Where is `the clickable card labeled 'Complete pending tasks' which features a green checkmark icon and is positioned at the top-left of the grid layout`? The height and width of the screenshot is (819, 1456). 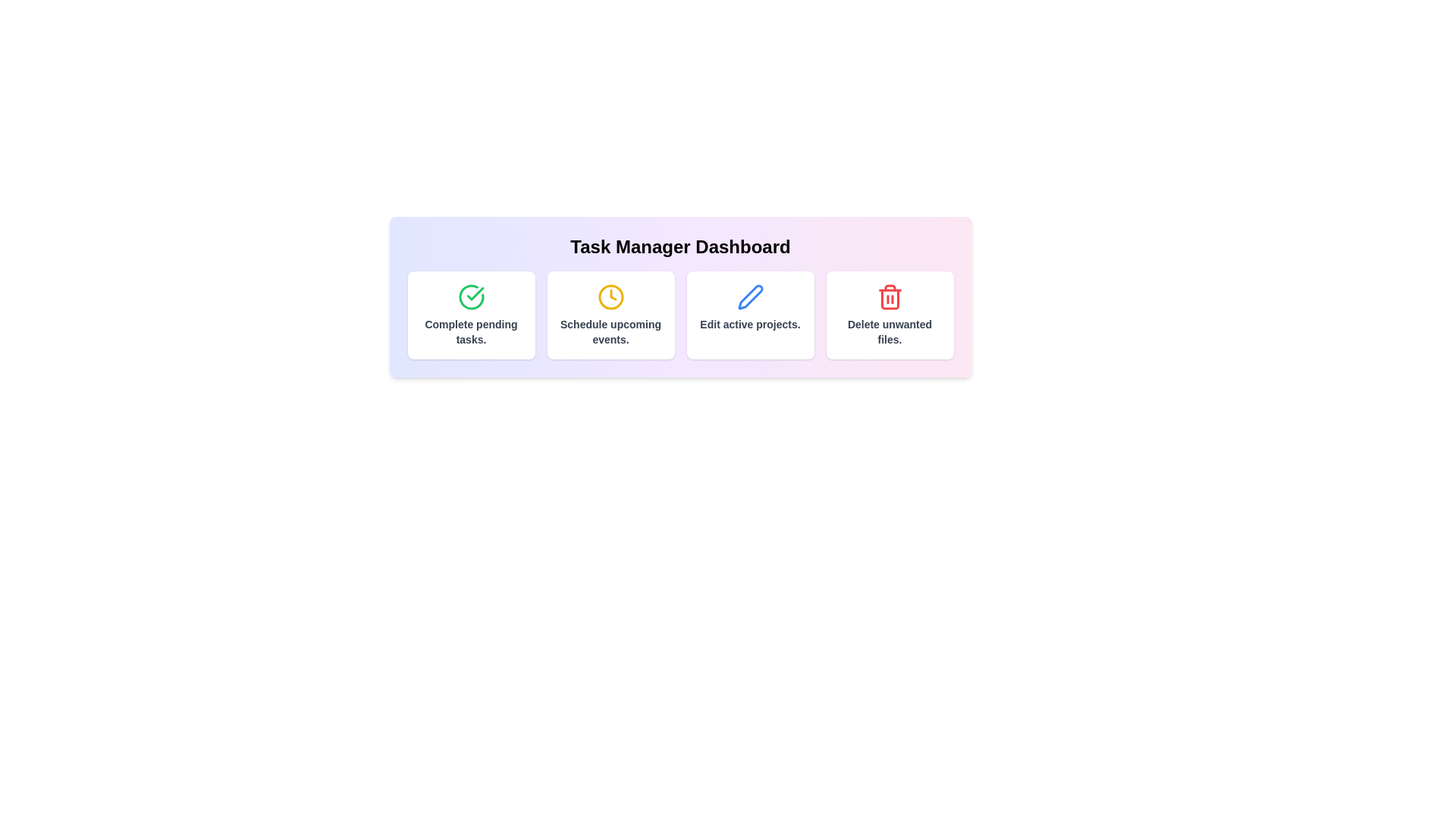 the clickable card labeled 'Complete pending tasks' which features a green checkmark icon and is positioned at the top-left of the grid layout is located at coordinates (470, 315).